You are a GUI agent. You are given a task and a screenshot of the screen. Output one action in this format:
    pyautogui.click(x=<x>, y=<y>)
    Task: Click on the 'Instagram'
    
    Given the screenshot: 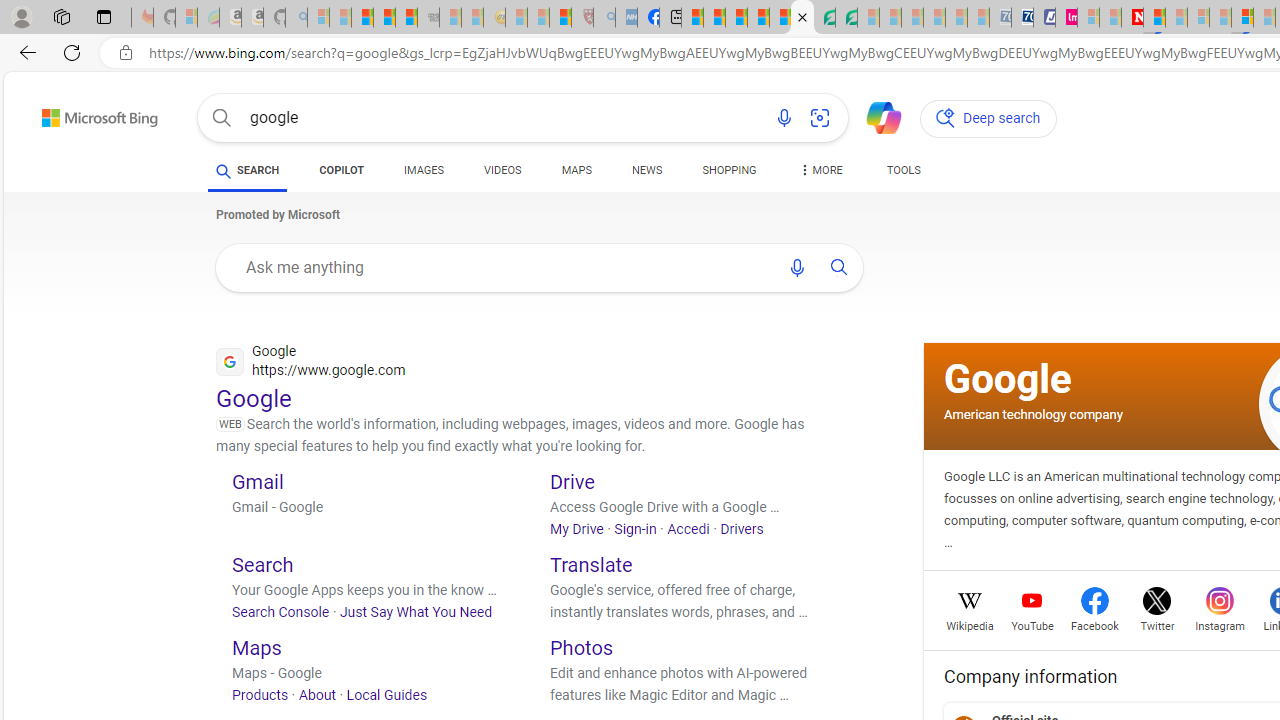 What is the action you would take?
    pyautogui.click(x=1218, y=623)
    